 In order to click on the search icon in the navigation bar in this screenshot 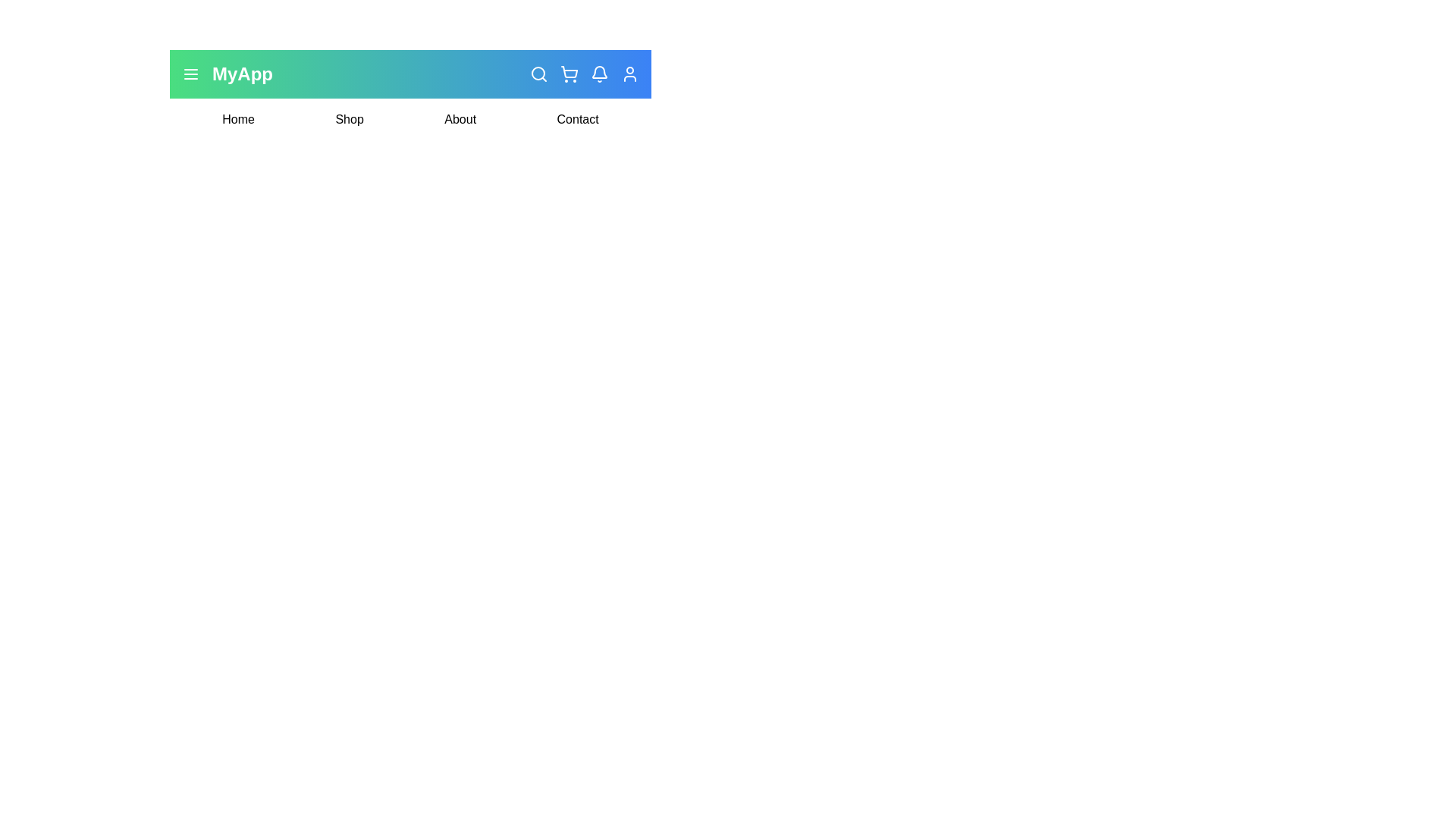, I will do `click(538, 74)`.